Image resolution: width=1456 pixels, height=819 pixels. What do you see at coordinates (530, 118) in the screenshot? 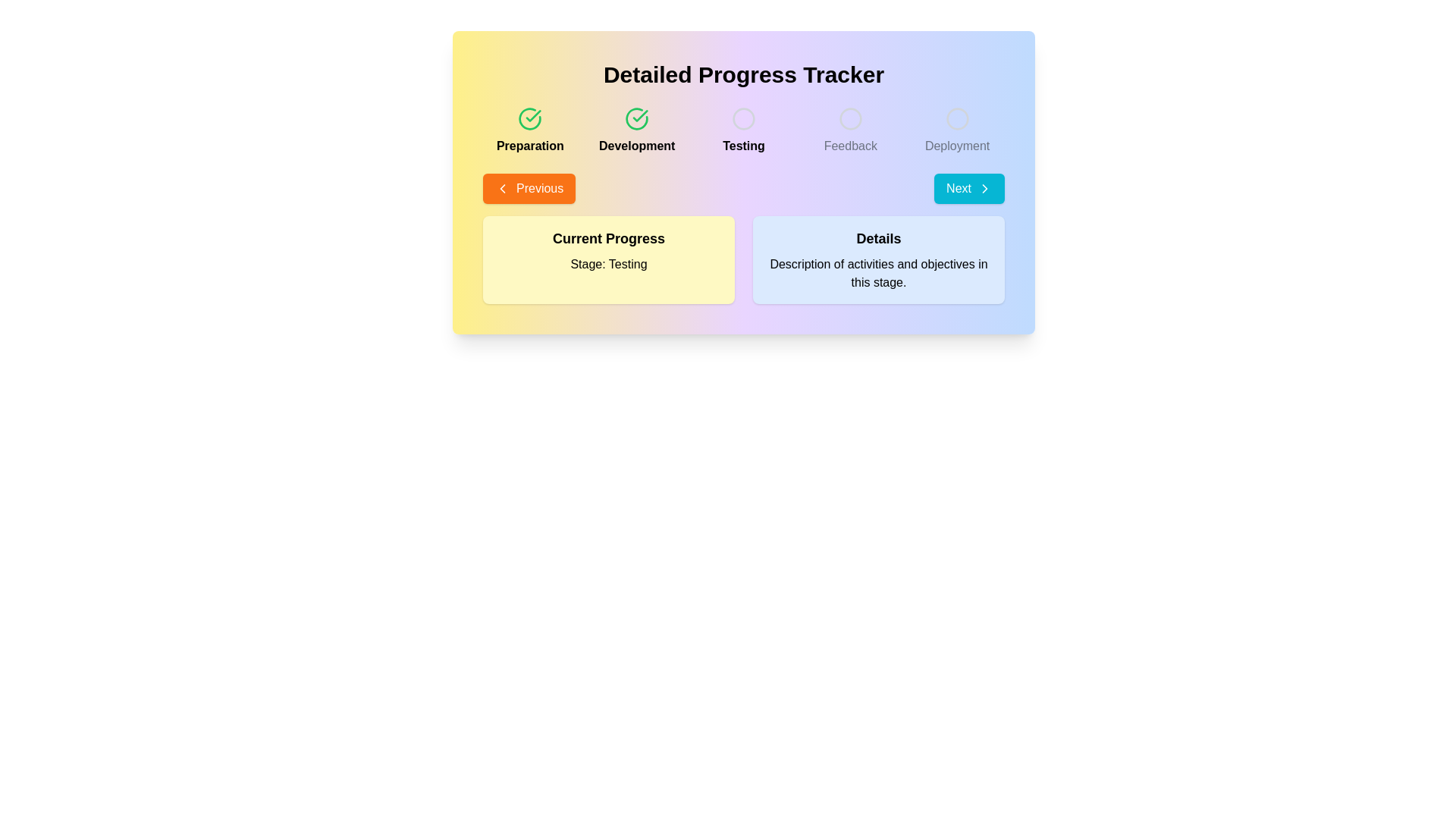
I see `the green circular checkmark icon located at the top-left corner of the 'Detailed Progress Tracker' interface, above the 'Preparation' label, to interact with it` at bounding box center [530, 118].